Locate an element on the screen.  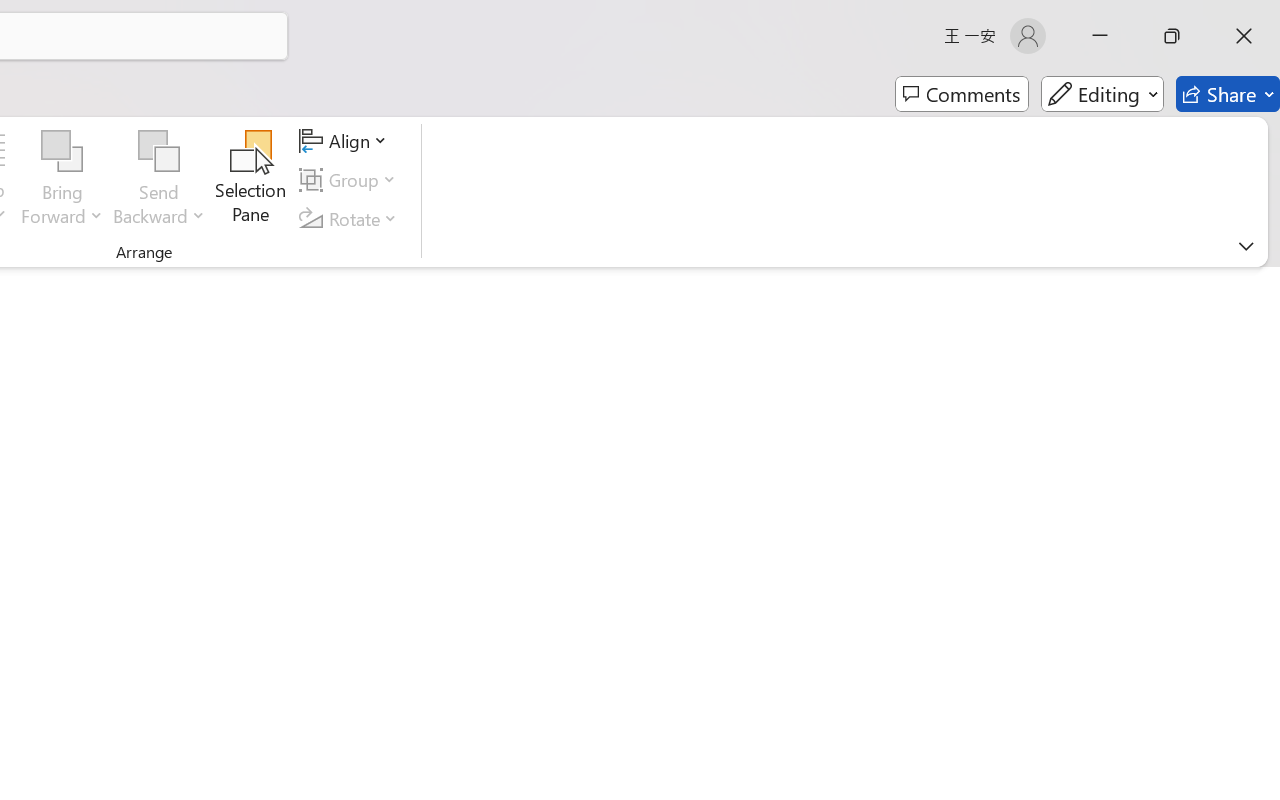
'Send Backward' is located at coordinates (158, 179).